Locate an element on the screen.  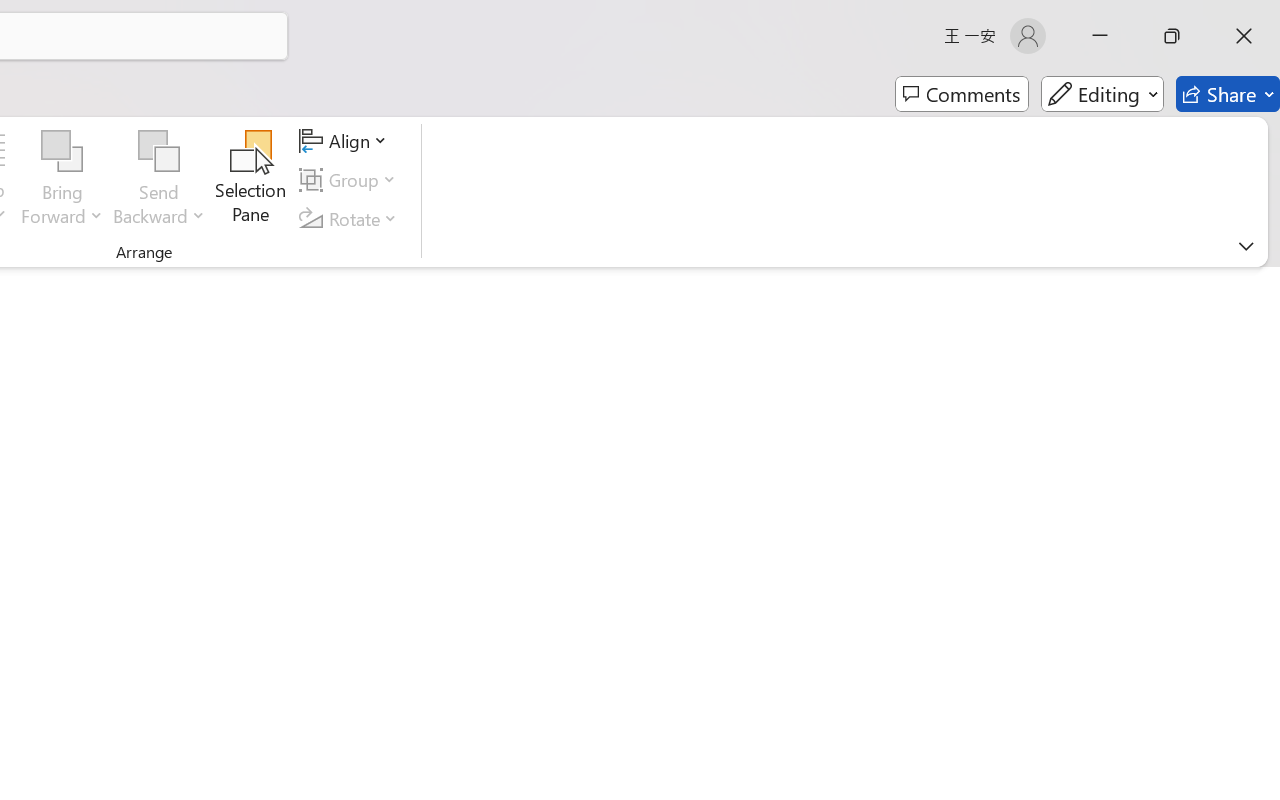
'Send Backward' is located at coordinates (158, 179).